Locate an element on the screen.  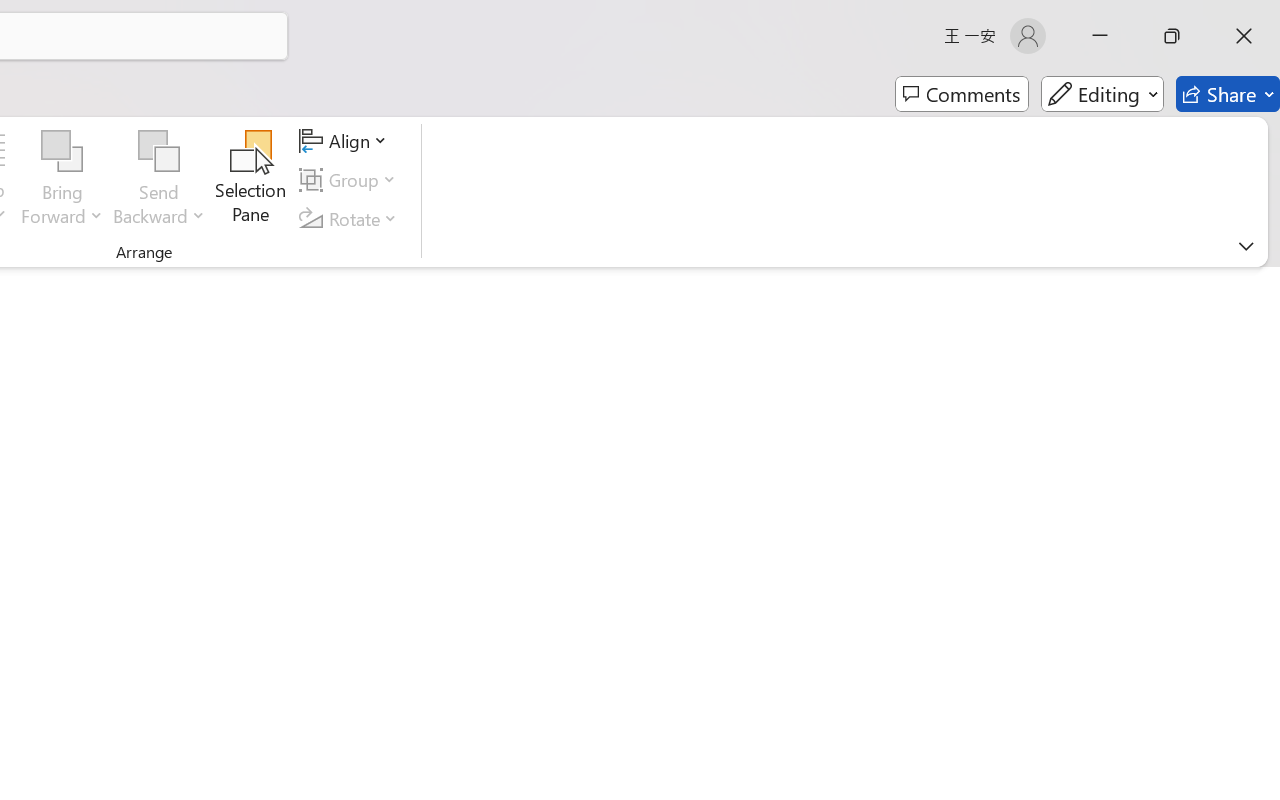
'Send Backward' is located at coordinates (158, 179).